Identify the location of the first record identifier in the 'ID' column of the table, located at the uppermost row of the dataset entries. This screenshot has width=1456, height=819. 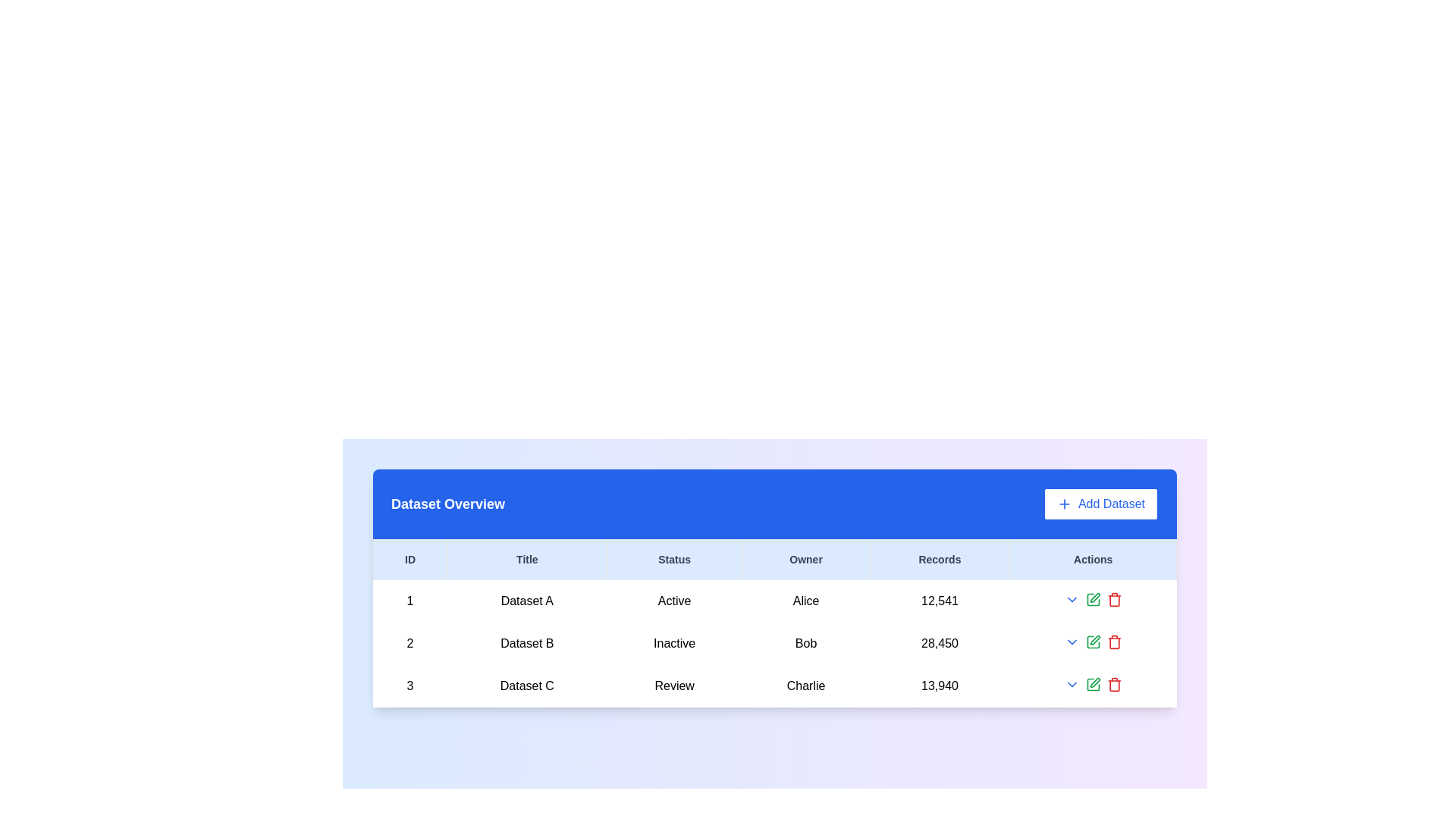
(410, 601).